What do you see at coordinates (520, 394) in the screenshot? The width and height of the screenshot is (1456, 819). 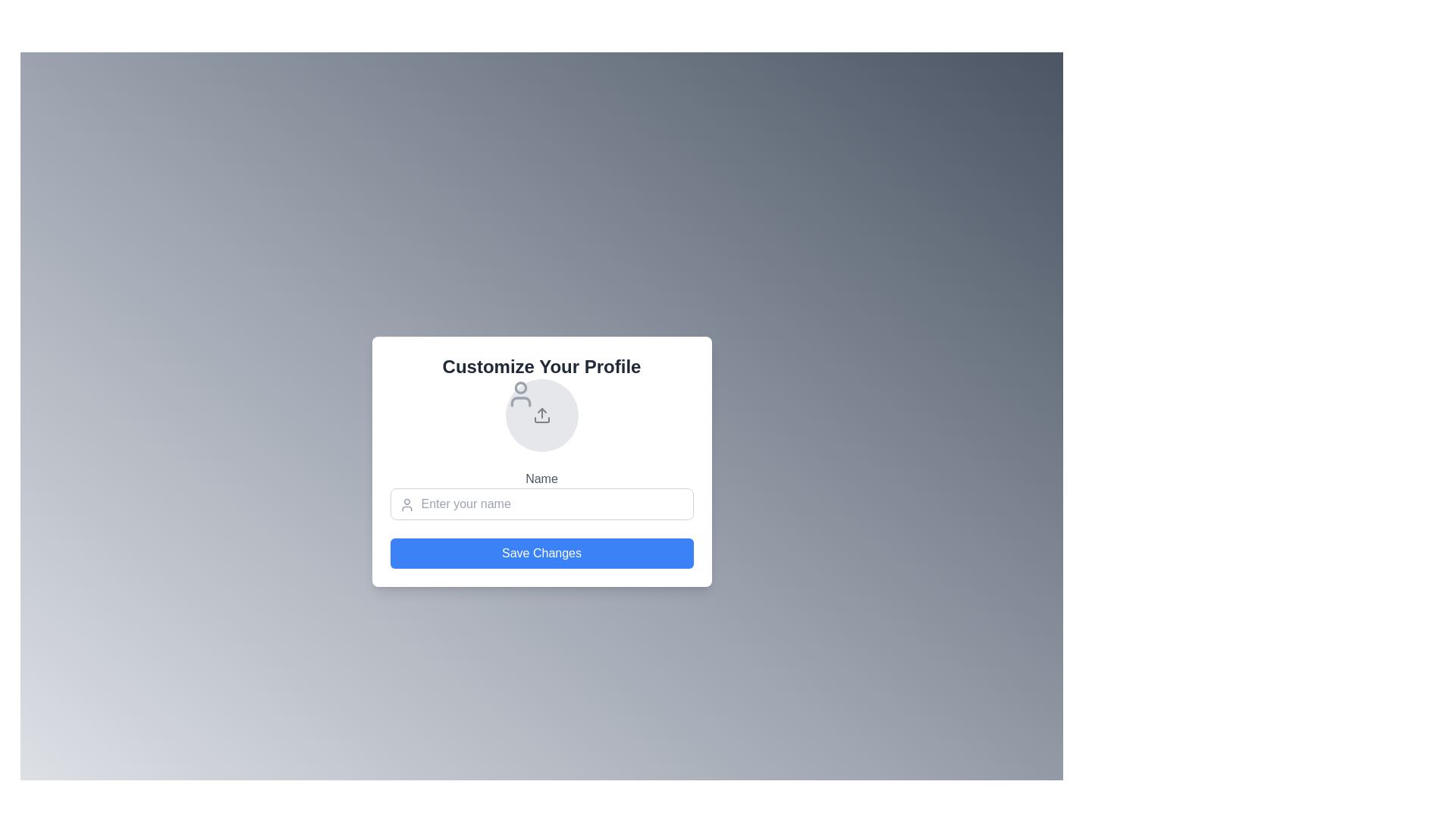 I see `the circular icon depicting a user silhouette, styled in gray and located within the 'Customize Your Profile' dialog box` at bounding box center [520, 394].